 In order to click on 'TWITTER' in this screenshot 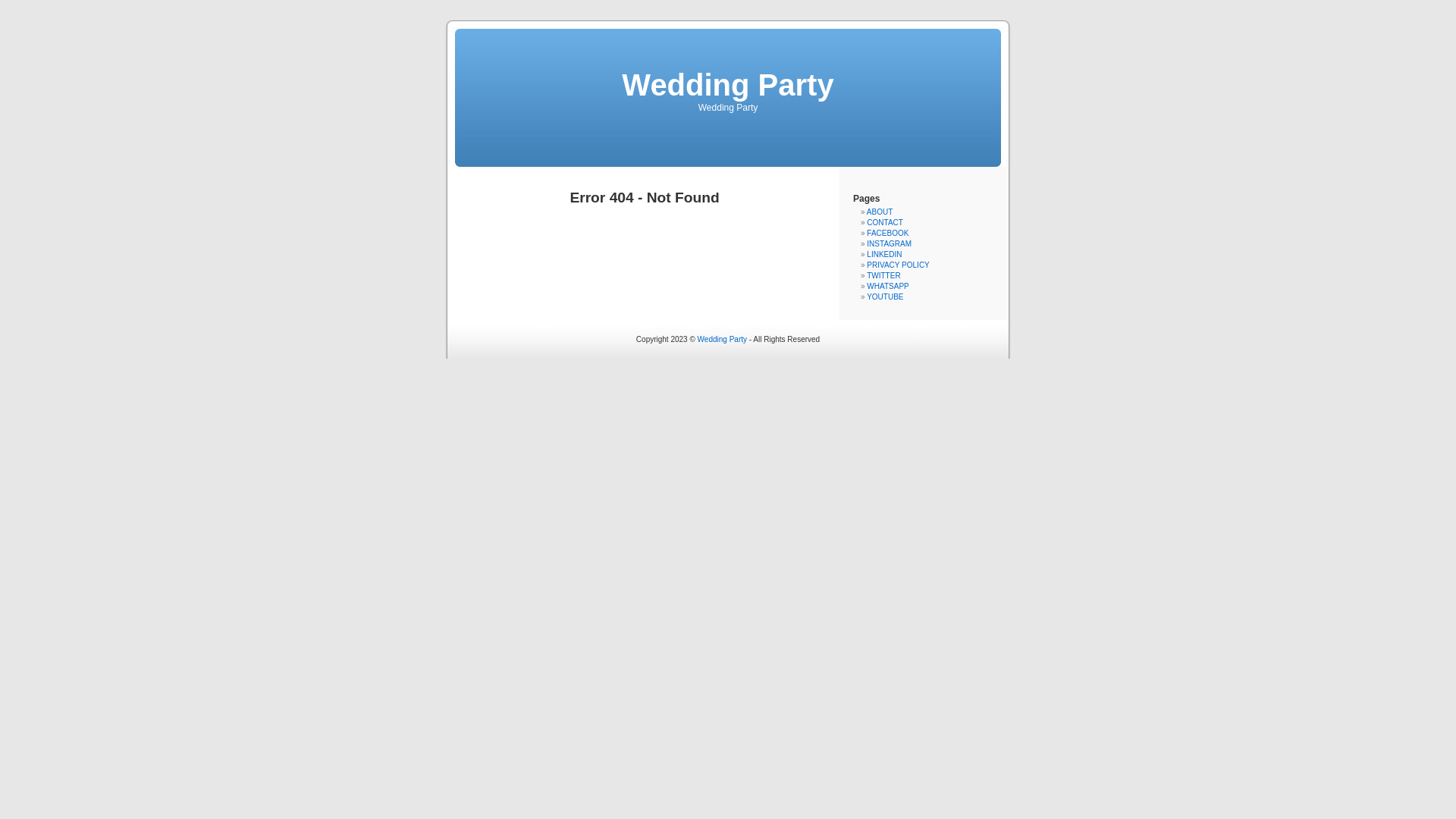, I will do `click(866, 275)`.